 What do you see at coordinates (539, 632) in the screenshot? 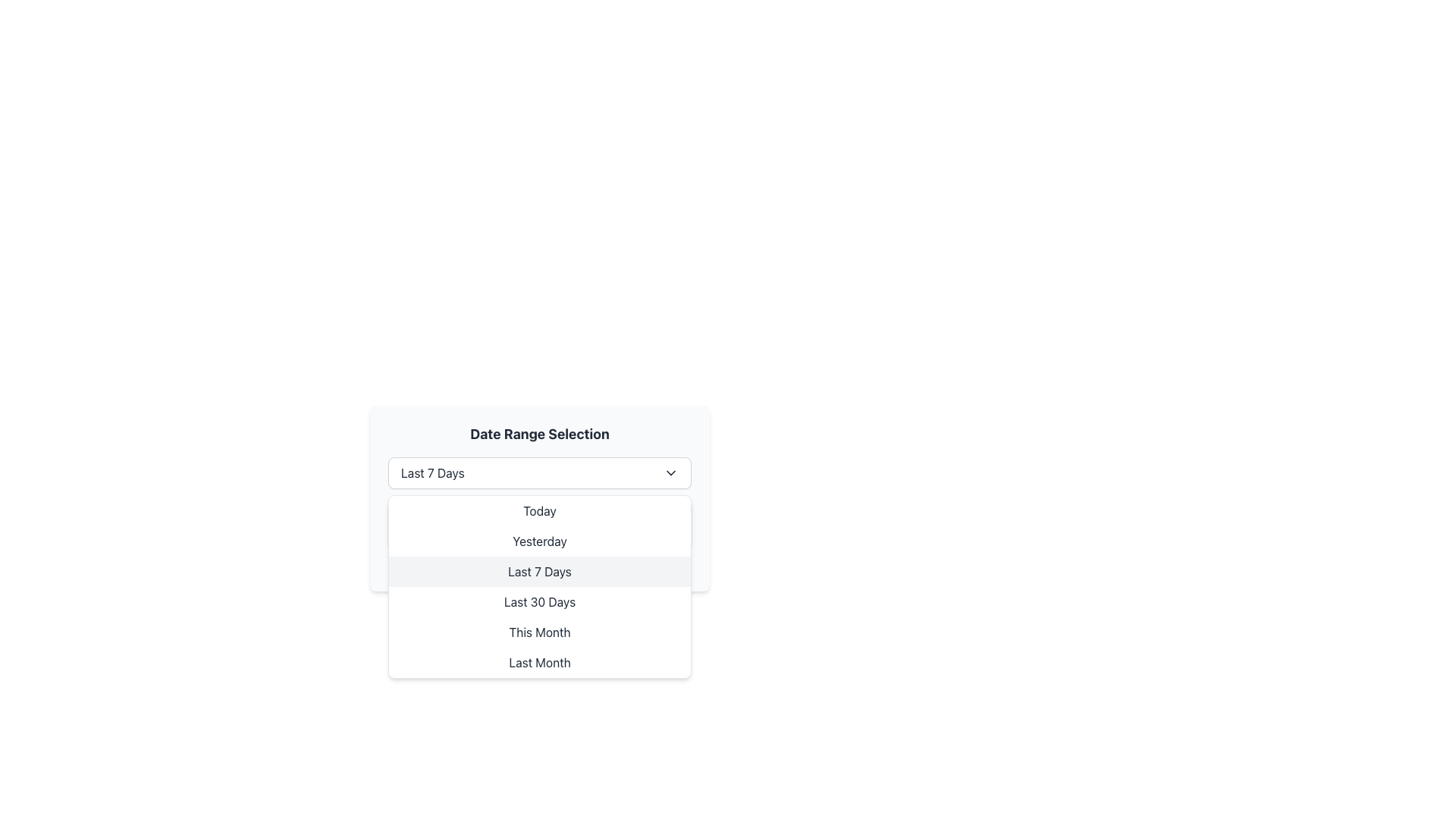
I see `the 'This Month' option in the 'Date Range Selection' dropdown menu` at bounding box center [539, 632].